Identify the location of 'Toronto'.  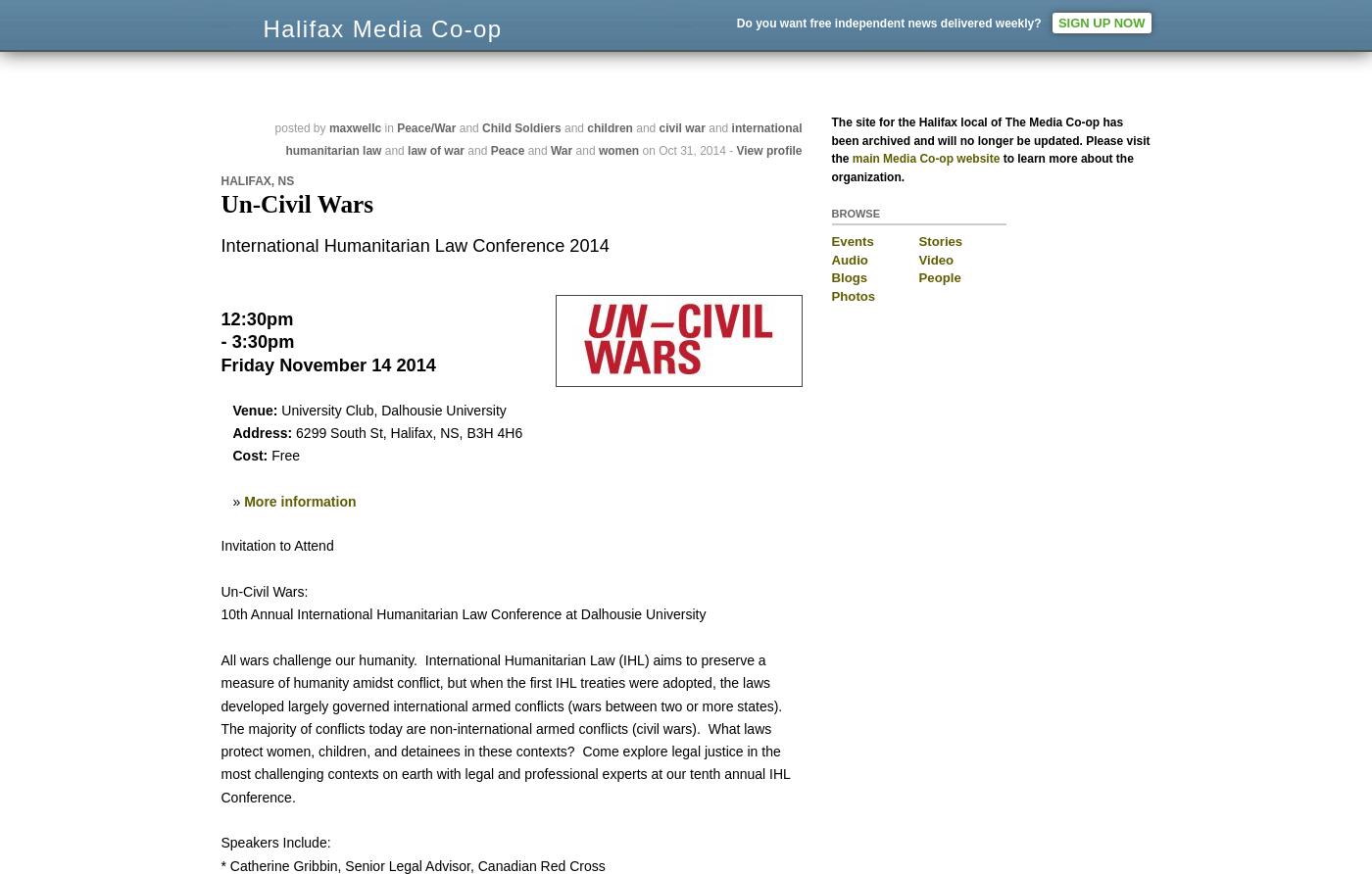
(1035, 31).